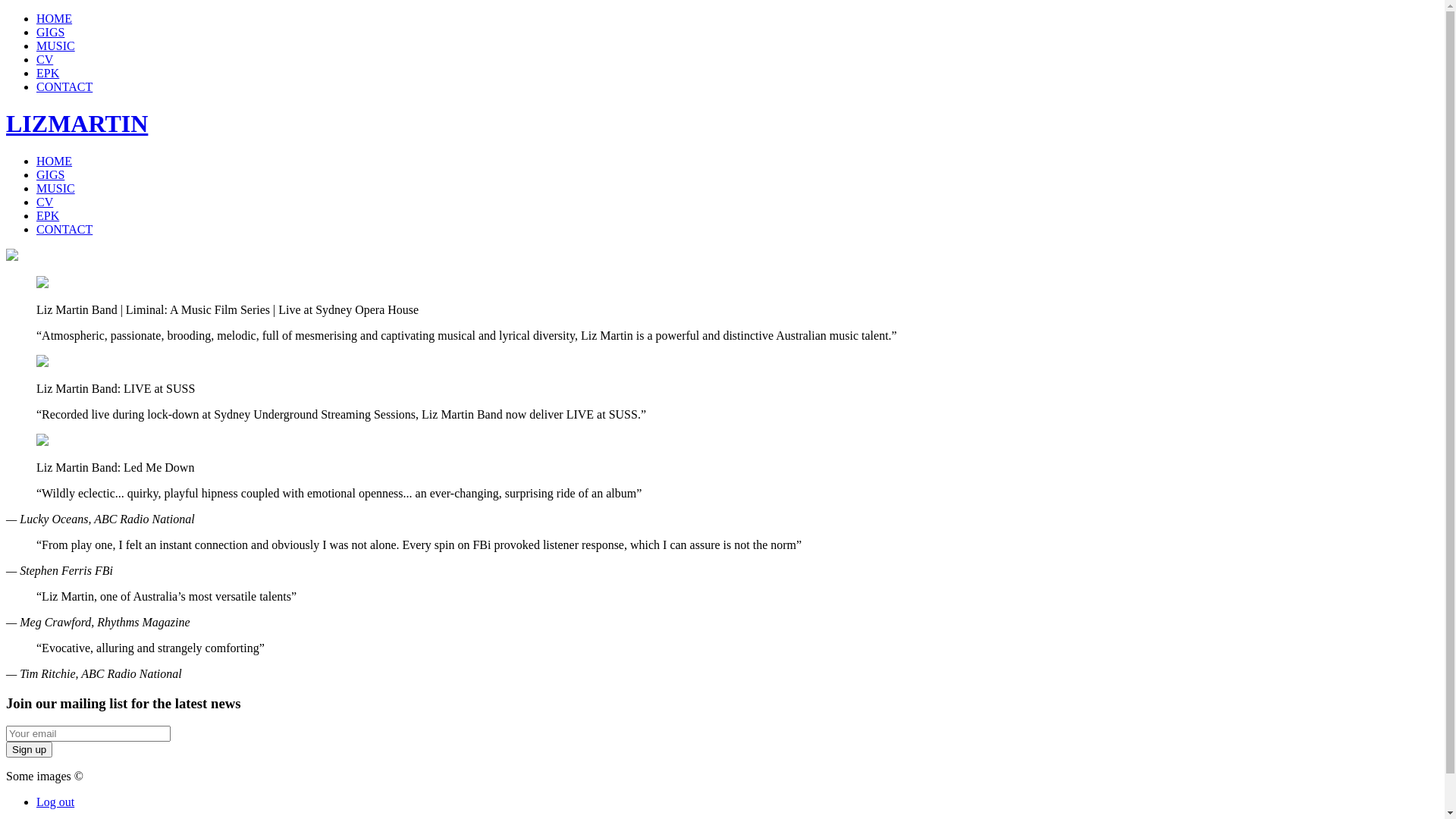 The width and height of the screenshot is (1456, 819). What do you see at coordinates (36, 32) in the screenshot?
I see `'GIGS'` at bounding box center [36, 32].